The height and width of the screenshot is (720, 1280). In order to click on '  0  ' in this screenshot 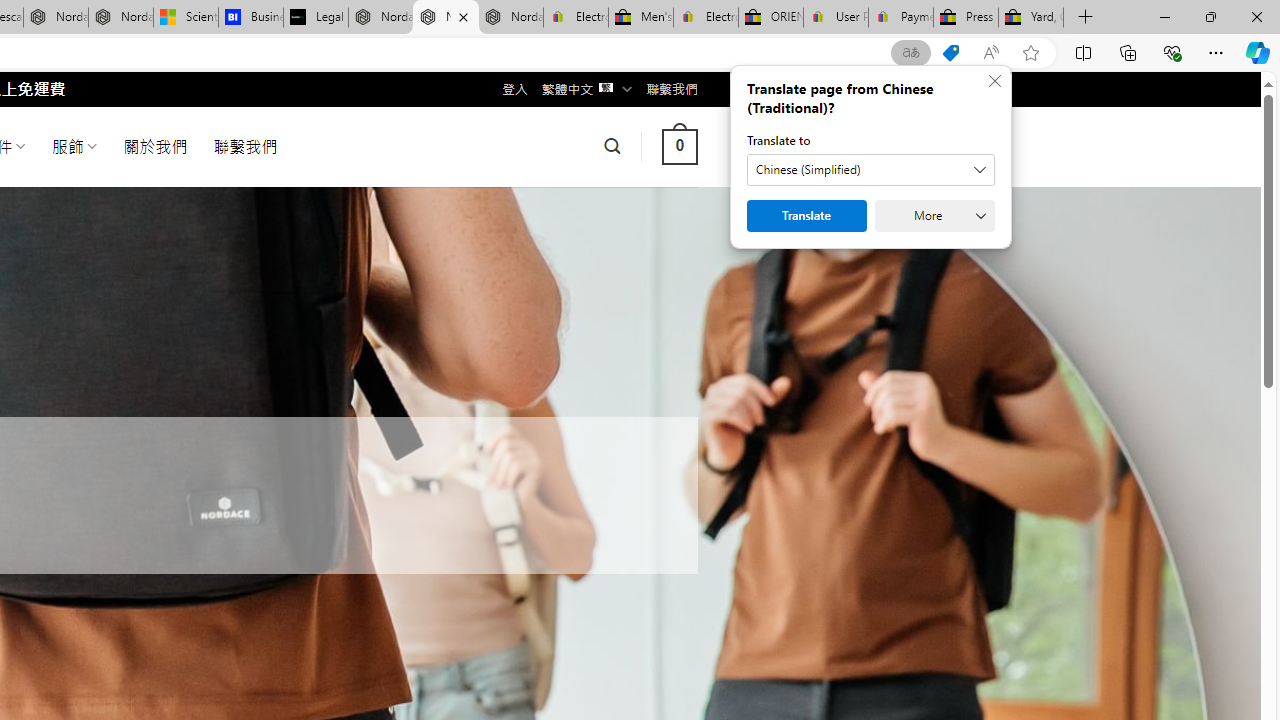, I will do `click(679, 145)`.